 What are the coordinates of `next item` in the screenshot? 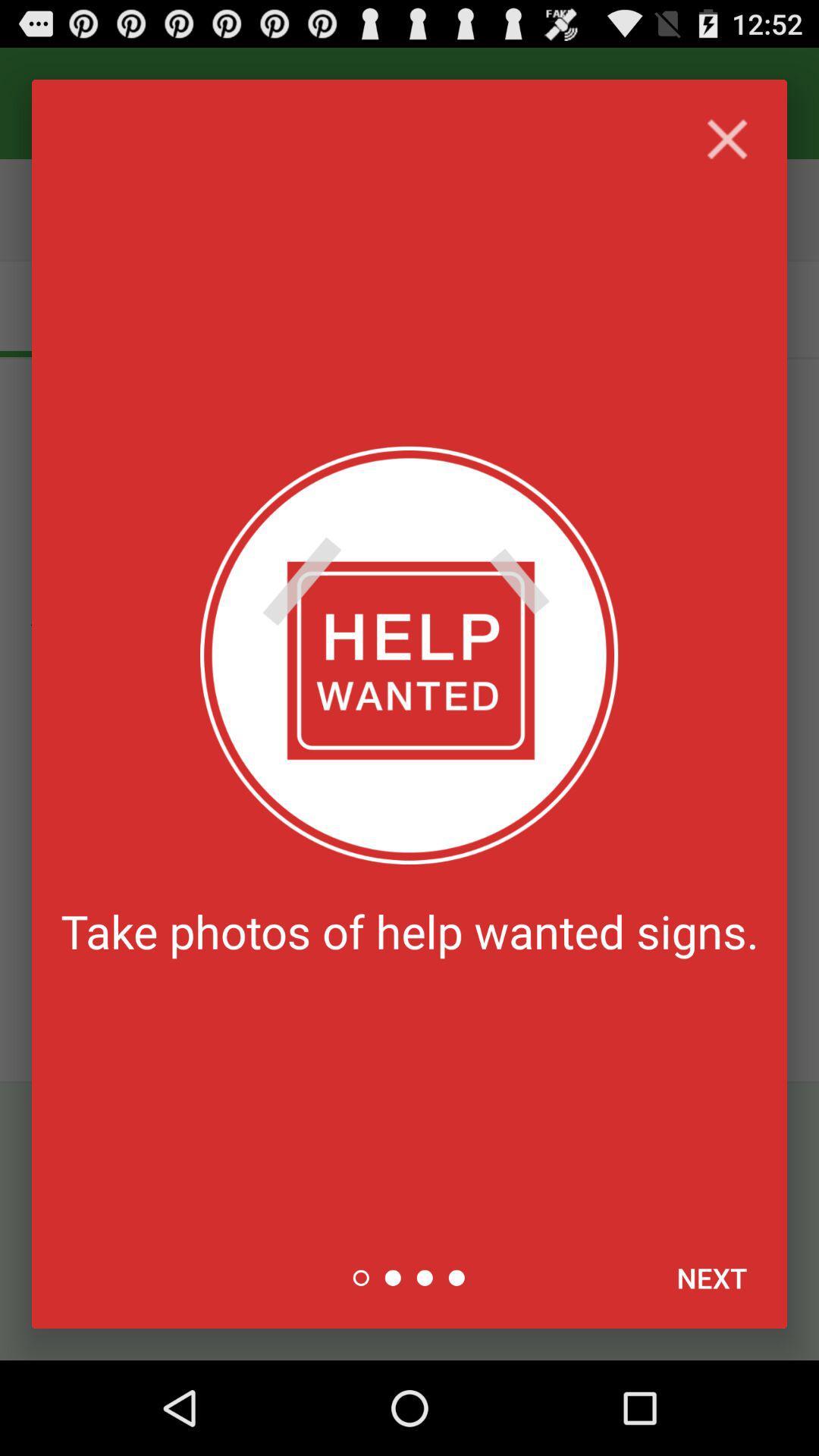 It's located at (711, 1277).